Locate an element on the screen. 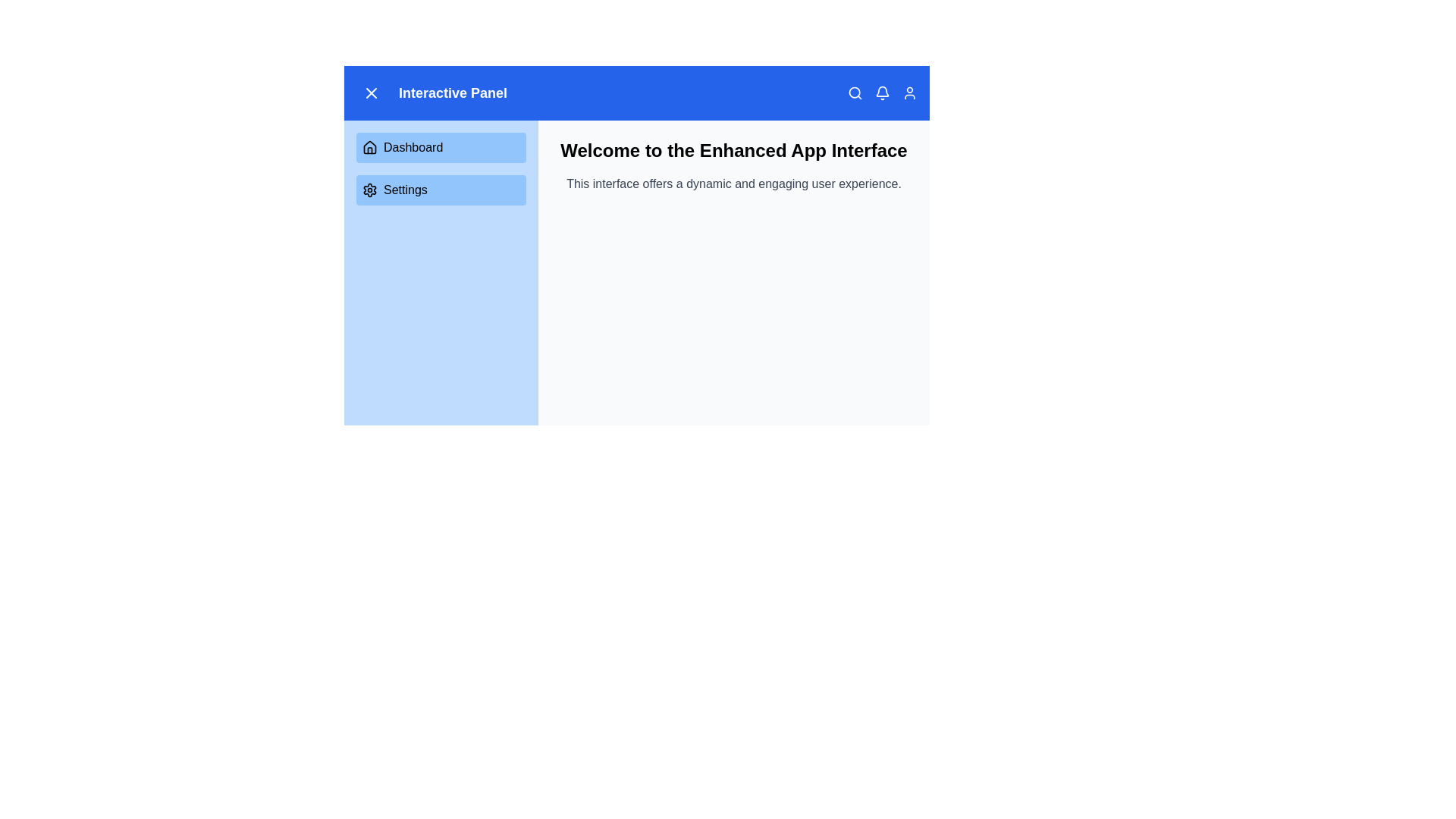 The height and width of the screenshot is (819, 1456). the Dashboard button located at the top of the vertically stacked menu in the light blue sidebar is located at coordinates (440, 148).